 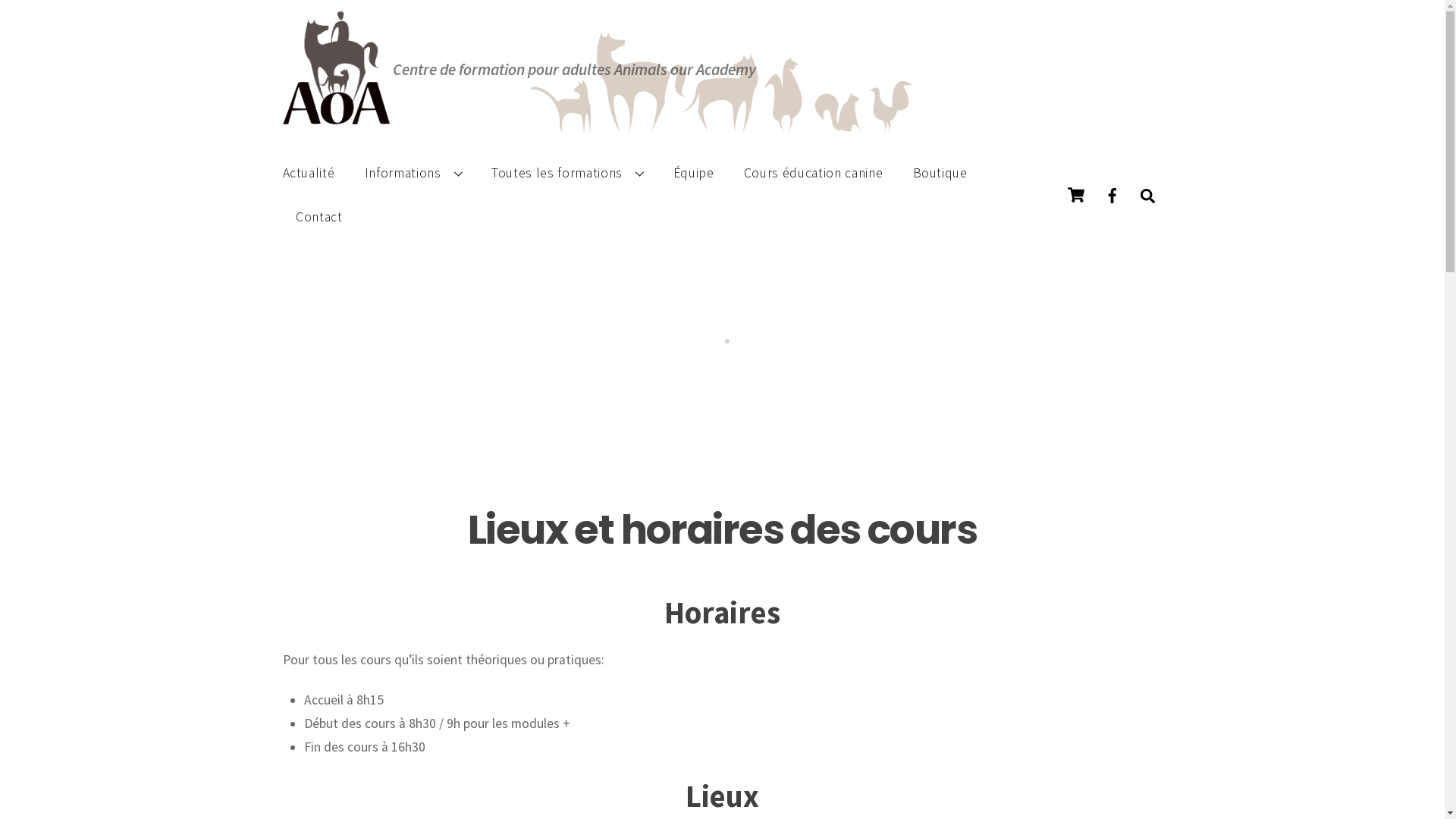 What do you see at coordinates (413, 172) in the screenshot?
I see `'Informations'` at bounding box center [413, 172].